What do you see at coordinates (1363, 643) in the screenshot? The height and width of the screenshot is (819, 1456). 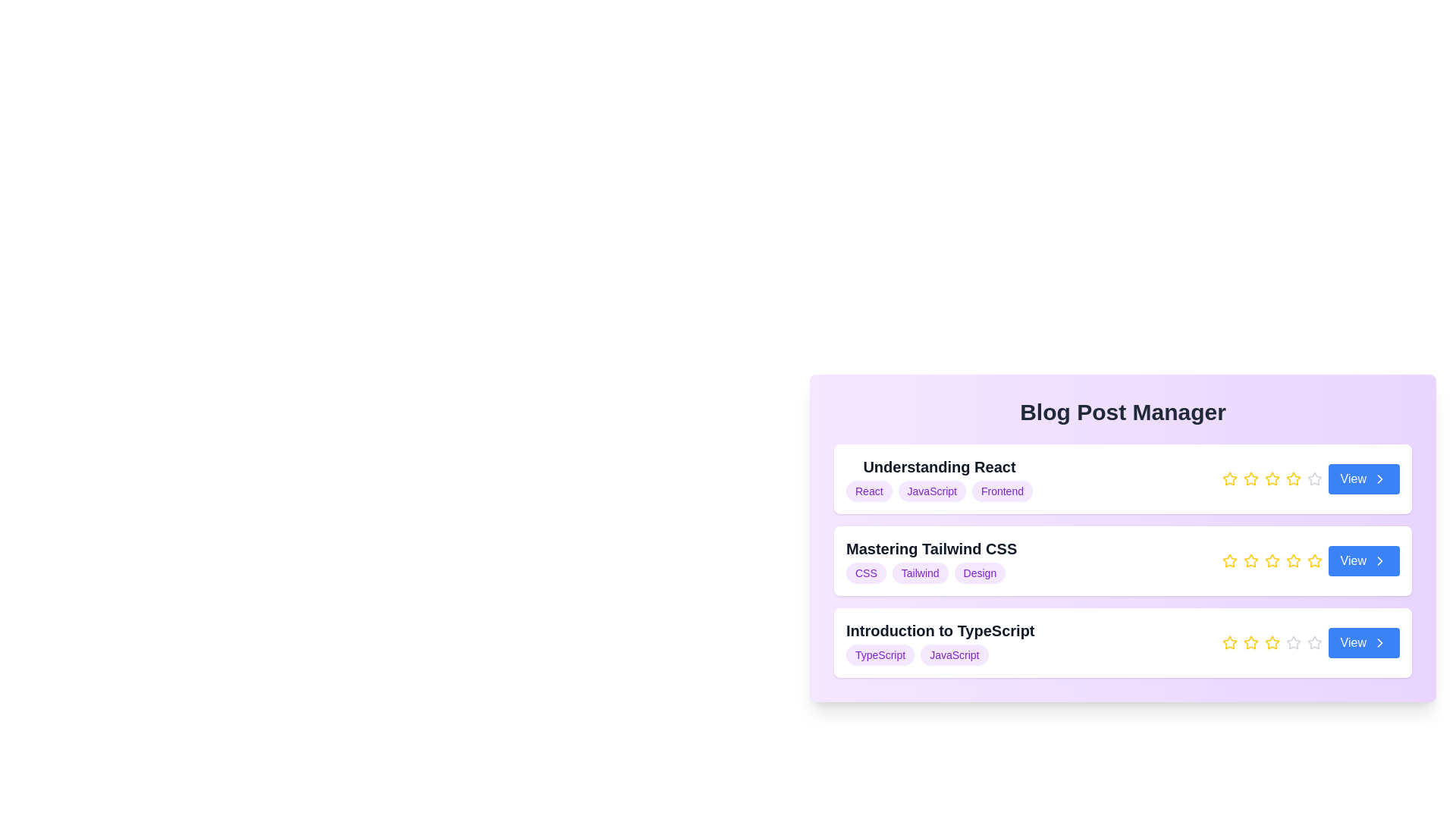 I see `the 'View' button located at the bottom right of the 'Introduction to TypeScript' card` at bounding box center [1363, 643].